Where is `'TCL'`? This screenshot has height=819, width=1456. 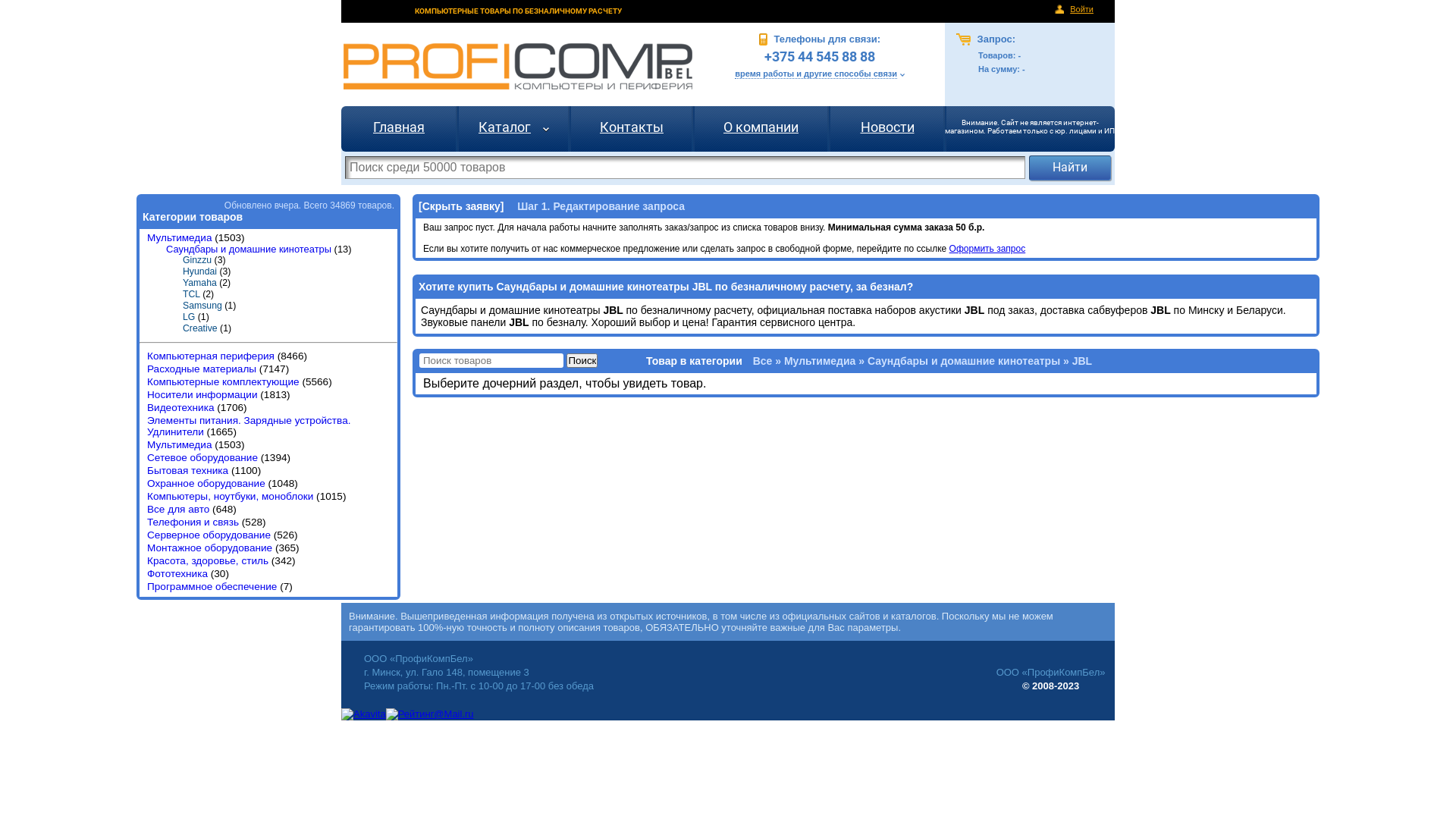
'TCL' is located at coordinates (182, 294).